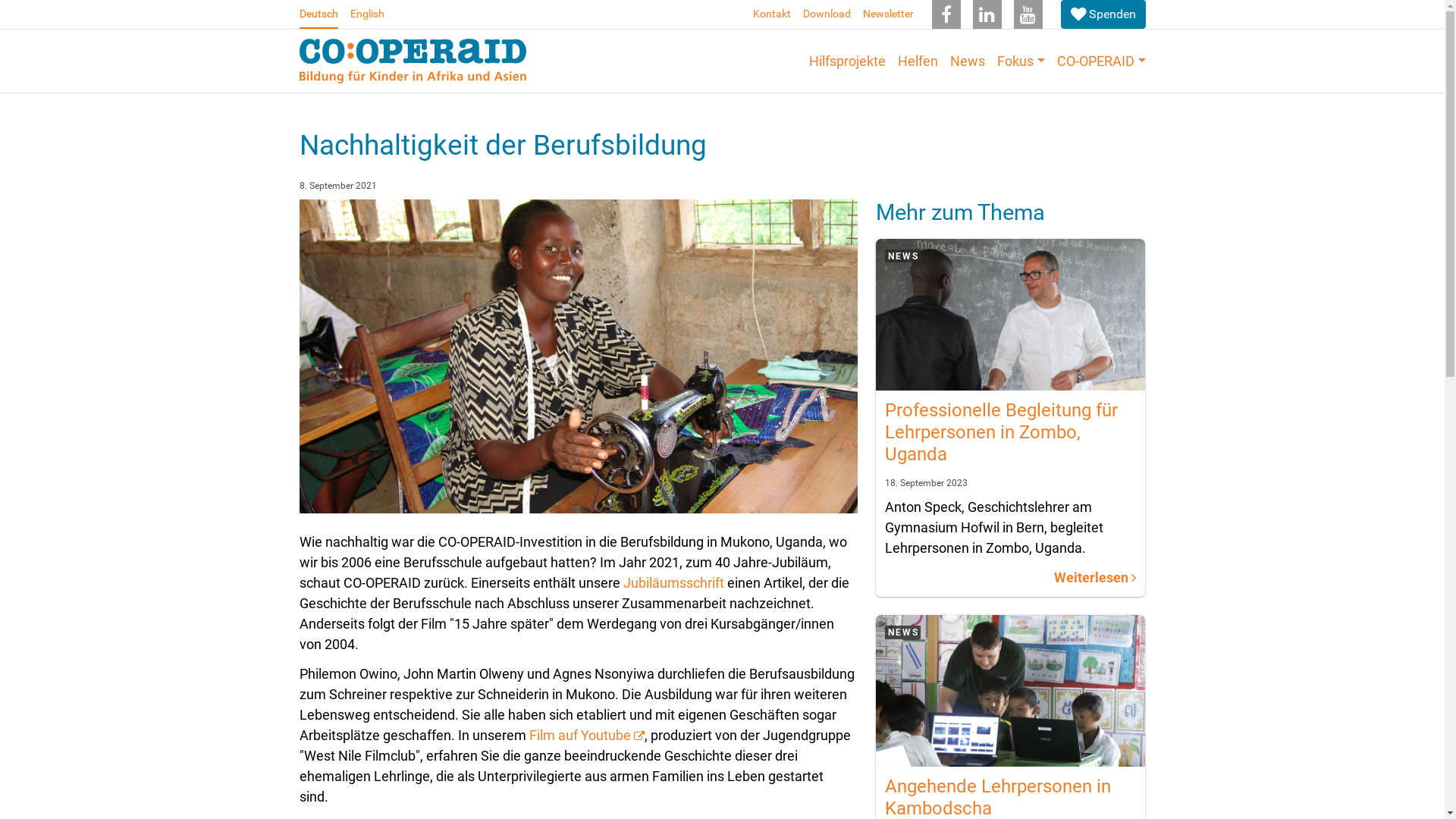 The image size is (1456, 819). Describe the element at coordinates (967, 60) in the screenshot. I see `'News'` at that location.